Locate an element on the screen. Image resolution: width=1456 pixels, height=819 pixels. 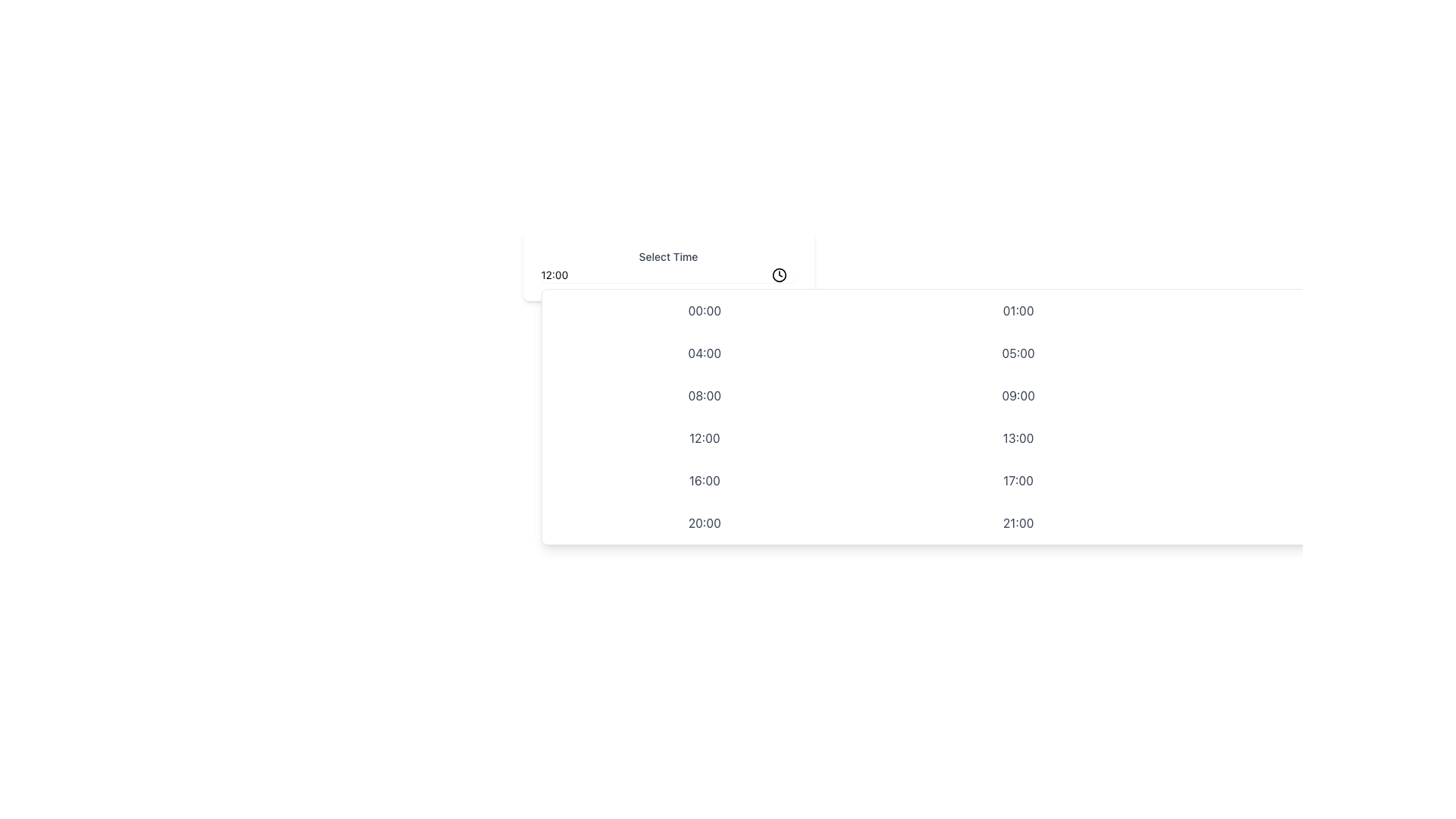
the clock-shaped icon positioned at the far right of the 'Select Time' text input field is located at coordinates (783, 275).